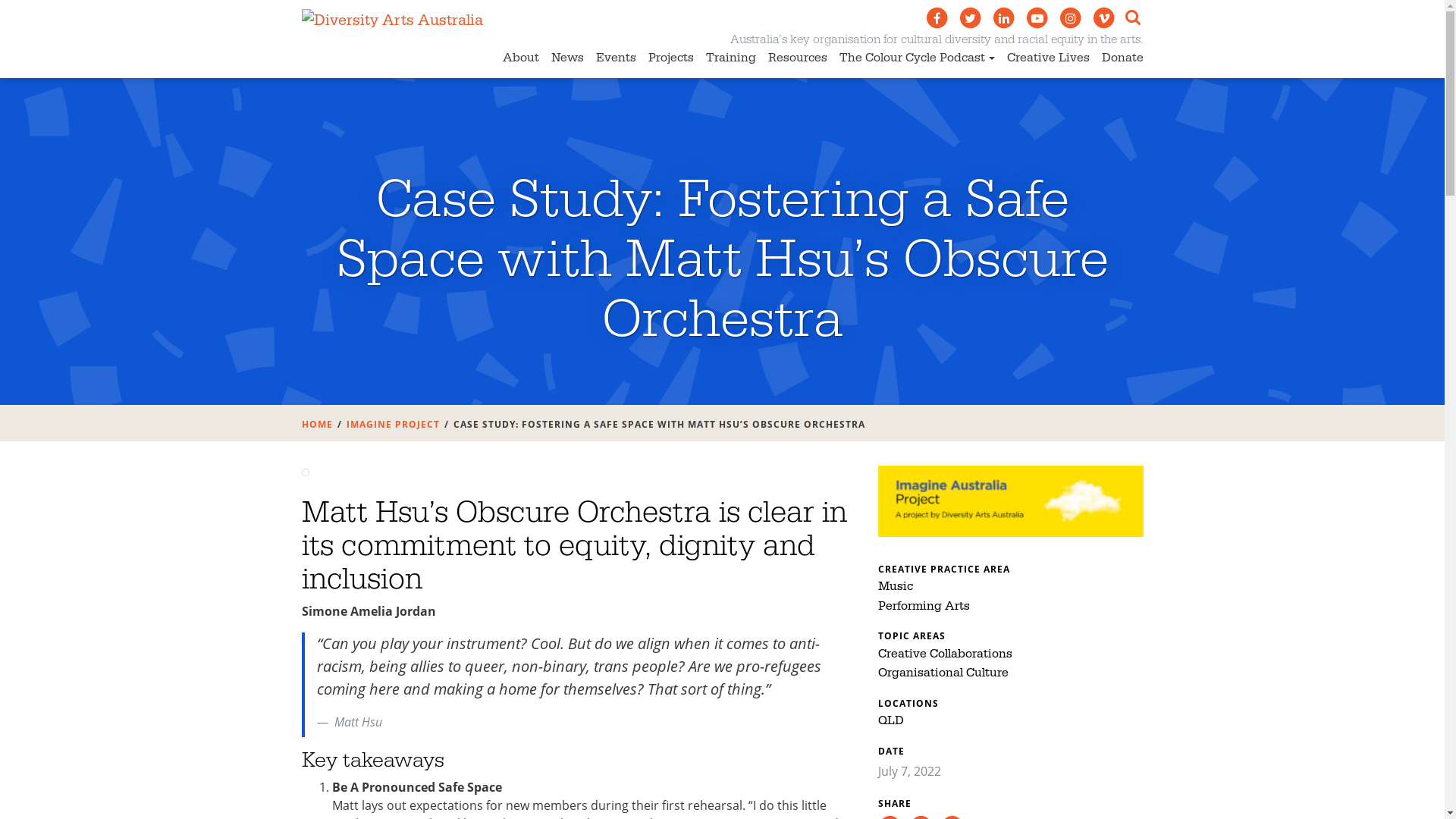 The image size is (1456, 819). What do you see at coordinates (1122, 59) in the screenshot?
I see `'Donate'` at bounding box center [1122, 59].